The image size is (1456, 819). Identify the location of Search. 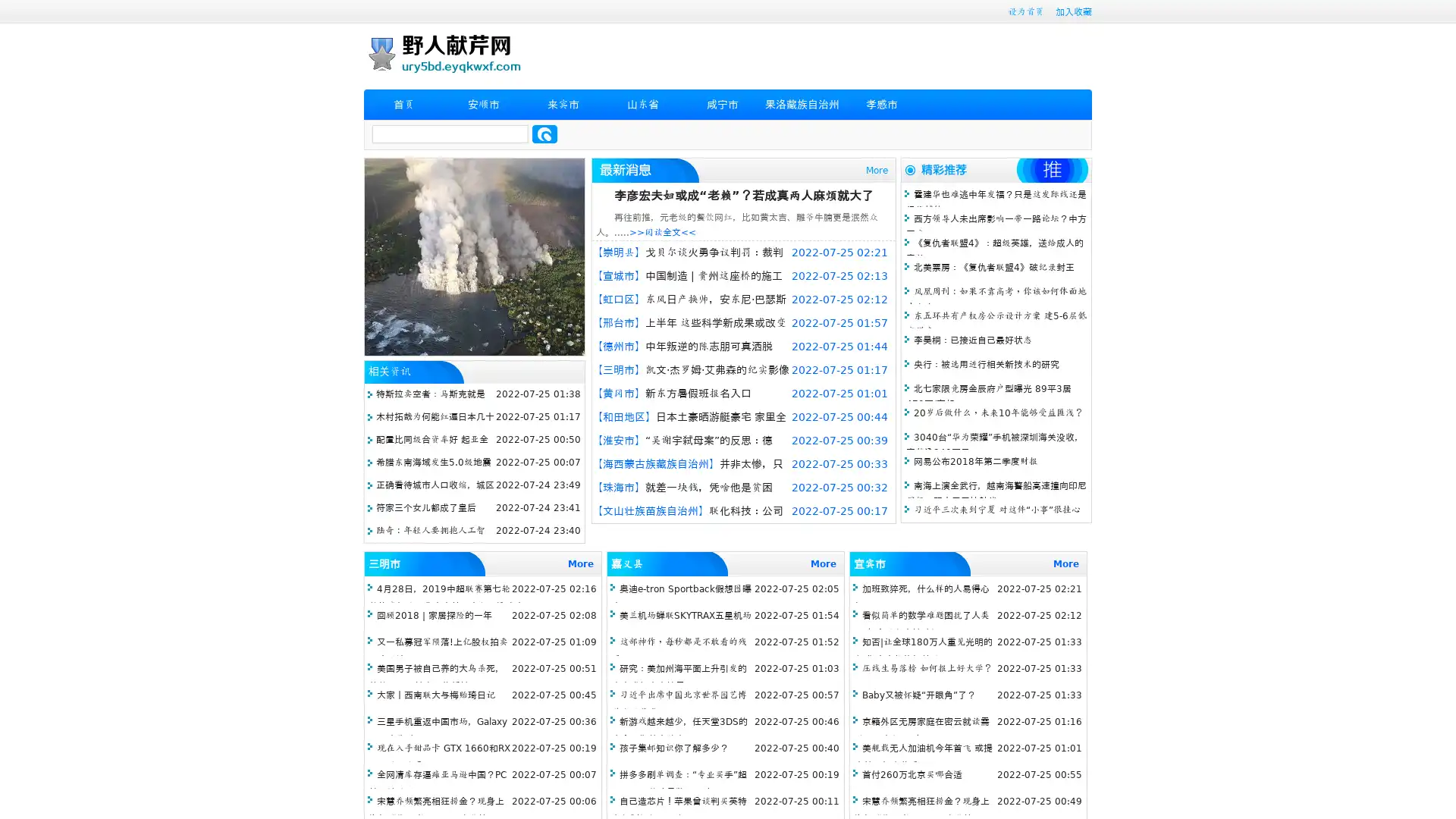
(544, 133).